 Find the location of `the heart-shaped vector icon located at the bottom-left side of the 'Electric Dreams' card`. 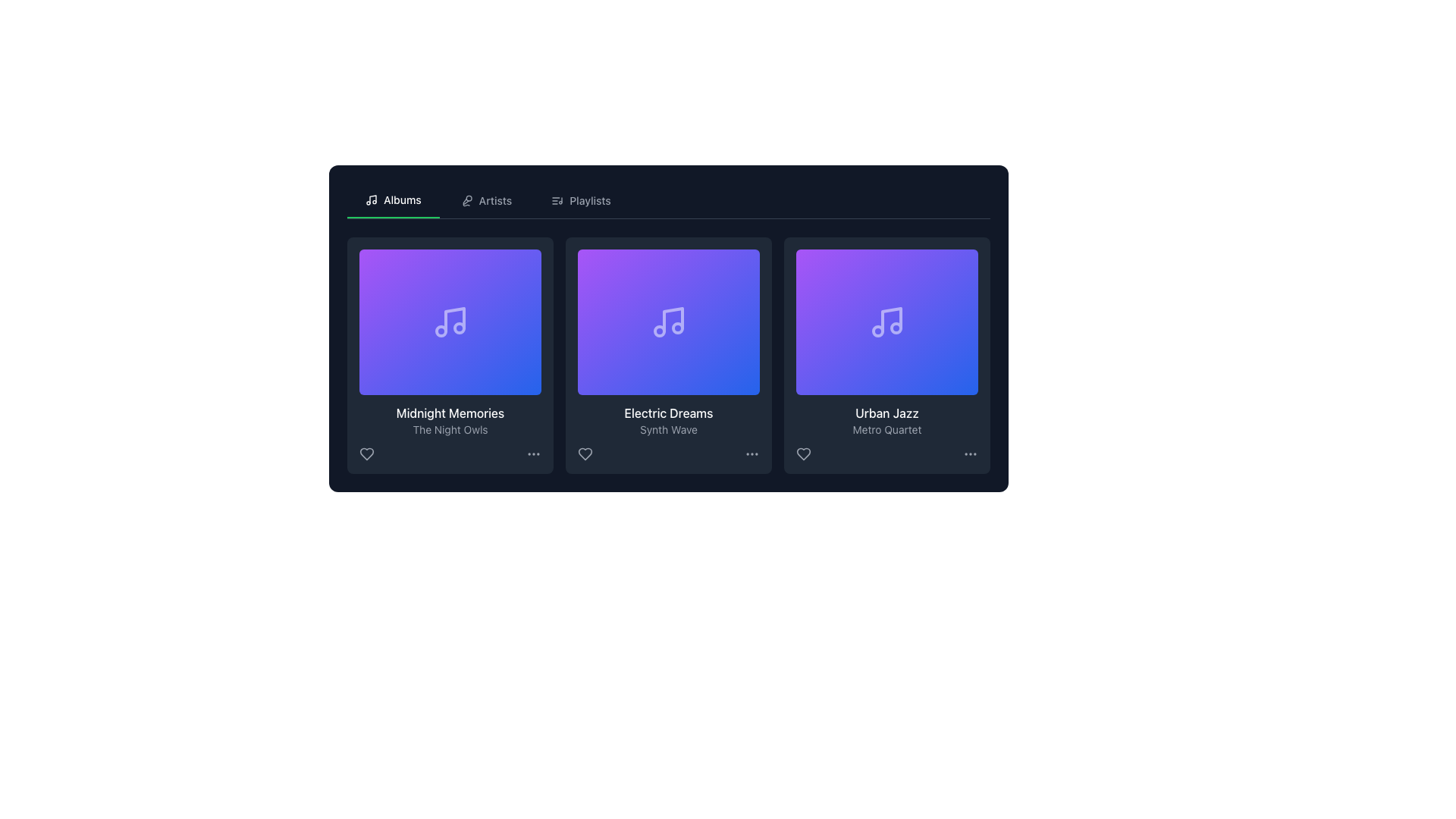

the heart-shaped vector icon located at the bottom-left side of the 'Electric Dreams' card is located at coordinates (585, 453).